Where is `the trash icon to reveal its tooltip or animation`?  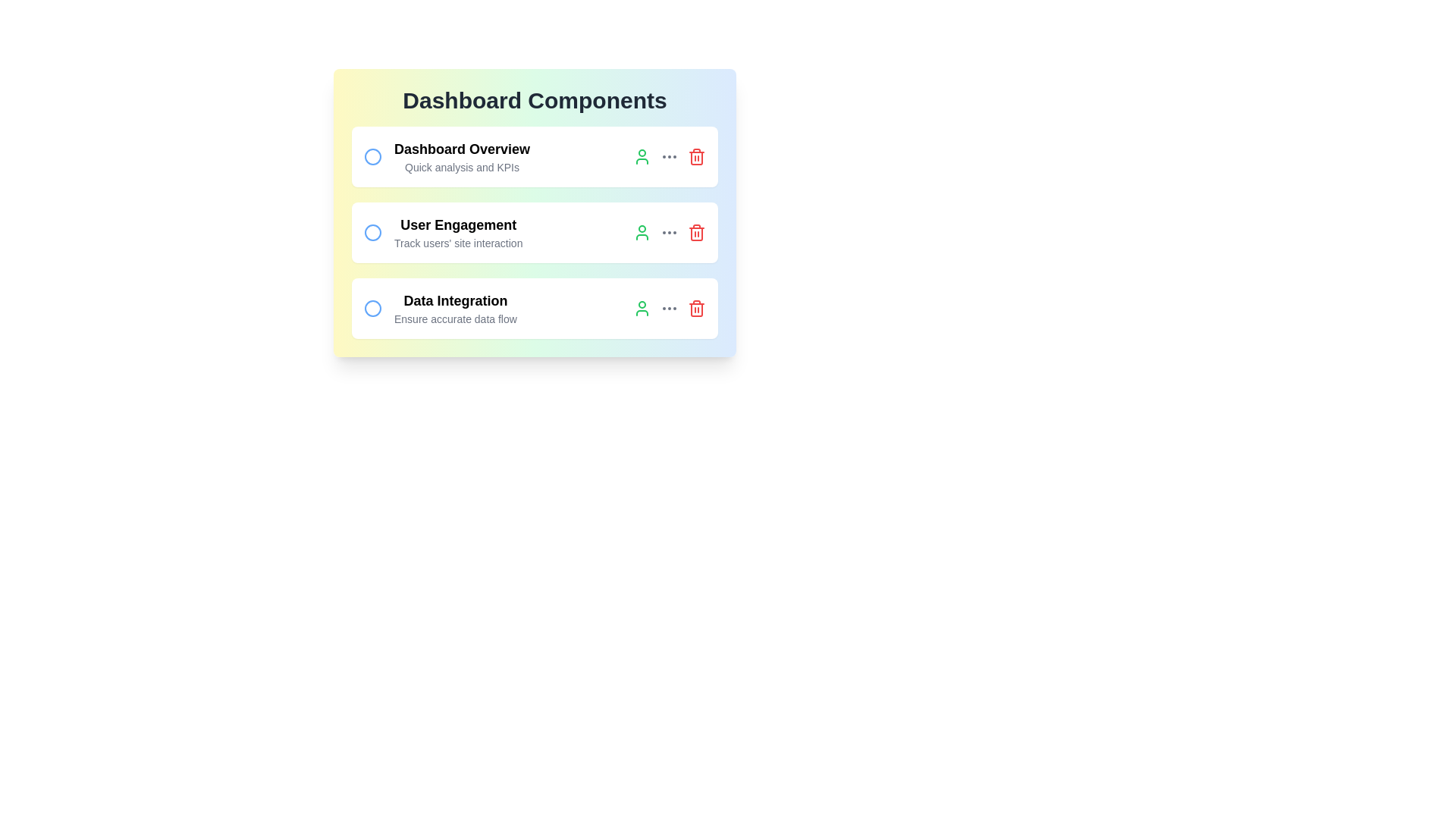
the trash icon to reveal its tooltip or animation is located at coordinates (695, 157).